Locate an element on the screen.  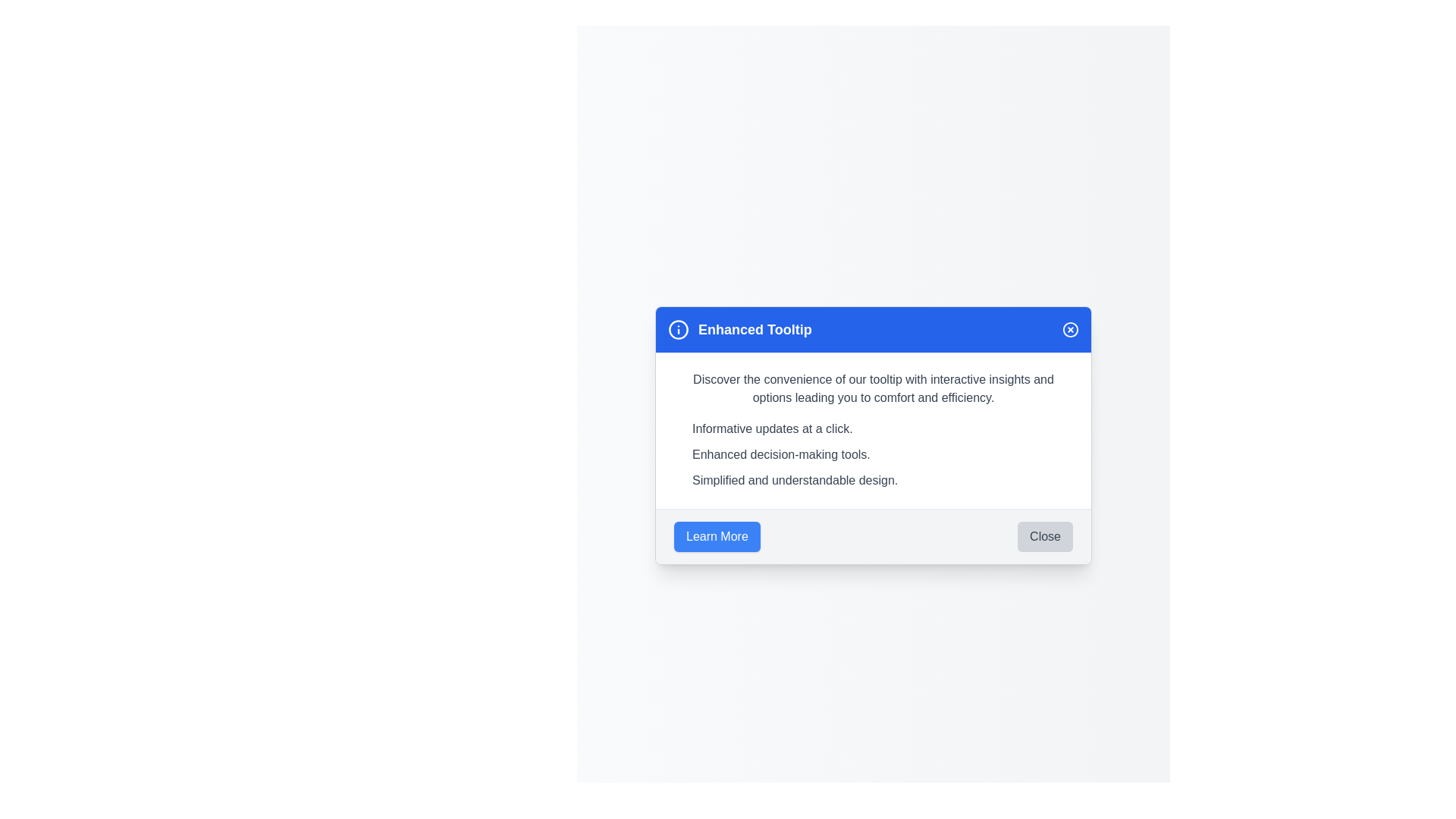
the informational icon located at the top-left corner of the tooltip card, preceding the text title 'Enhanced Tooltip' is located at coordinates (677, 328).